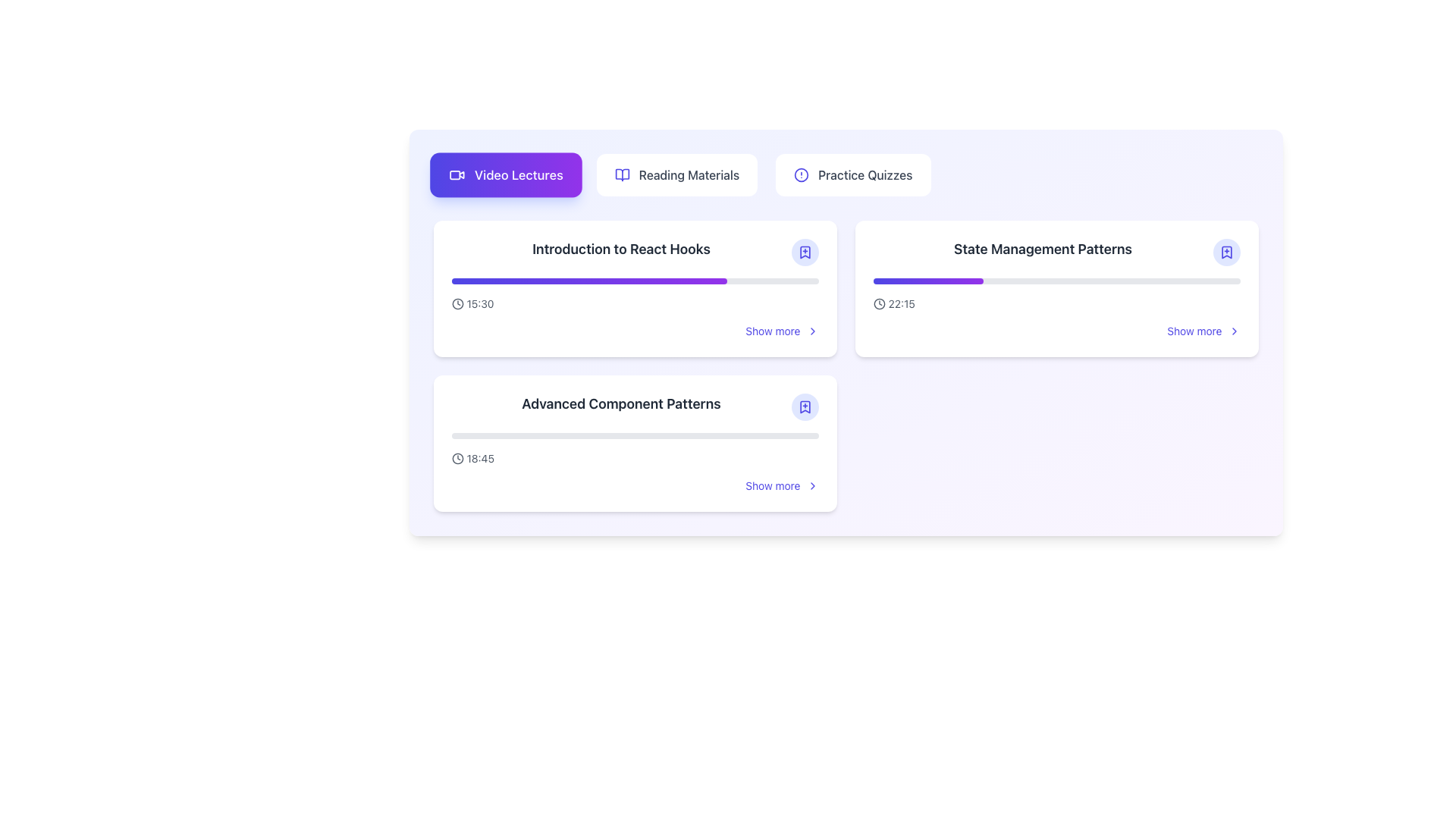  Describe the element at coordinates (782, 485) in the screenshot. I see `the Text button with an icon located at the bottom-right corner of the 'Advanced Component Patterns' section` at that location.